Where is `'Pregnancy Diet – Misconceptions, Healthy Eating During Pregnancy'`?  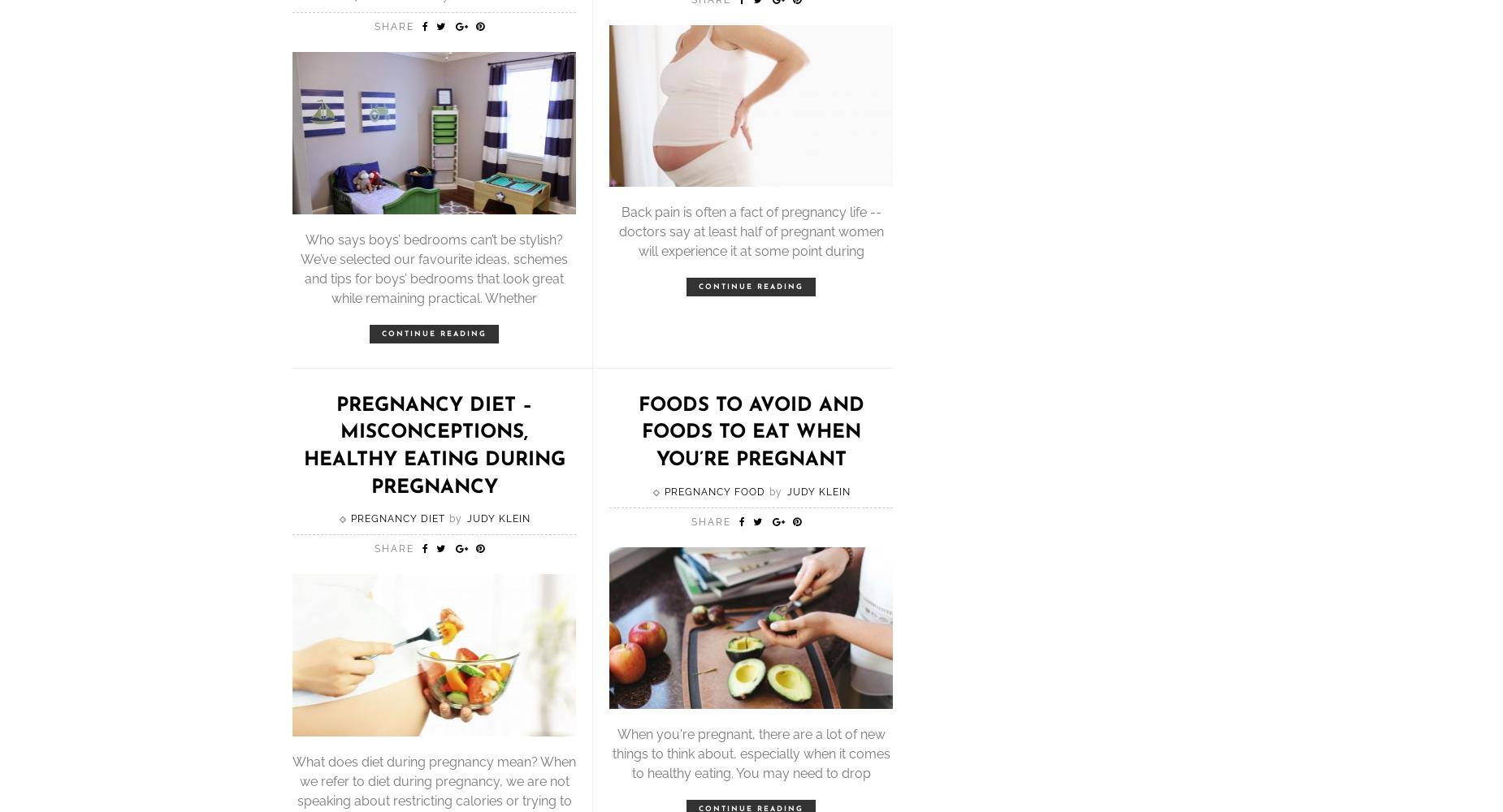
'Pregnancy Diet – Misconceptions, Healthy Eating During Pregnancy' is located at coordinates (301, 446).